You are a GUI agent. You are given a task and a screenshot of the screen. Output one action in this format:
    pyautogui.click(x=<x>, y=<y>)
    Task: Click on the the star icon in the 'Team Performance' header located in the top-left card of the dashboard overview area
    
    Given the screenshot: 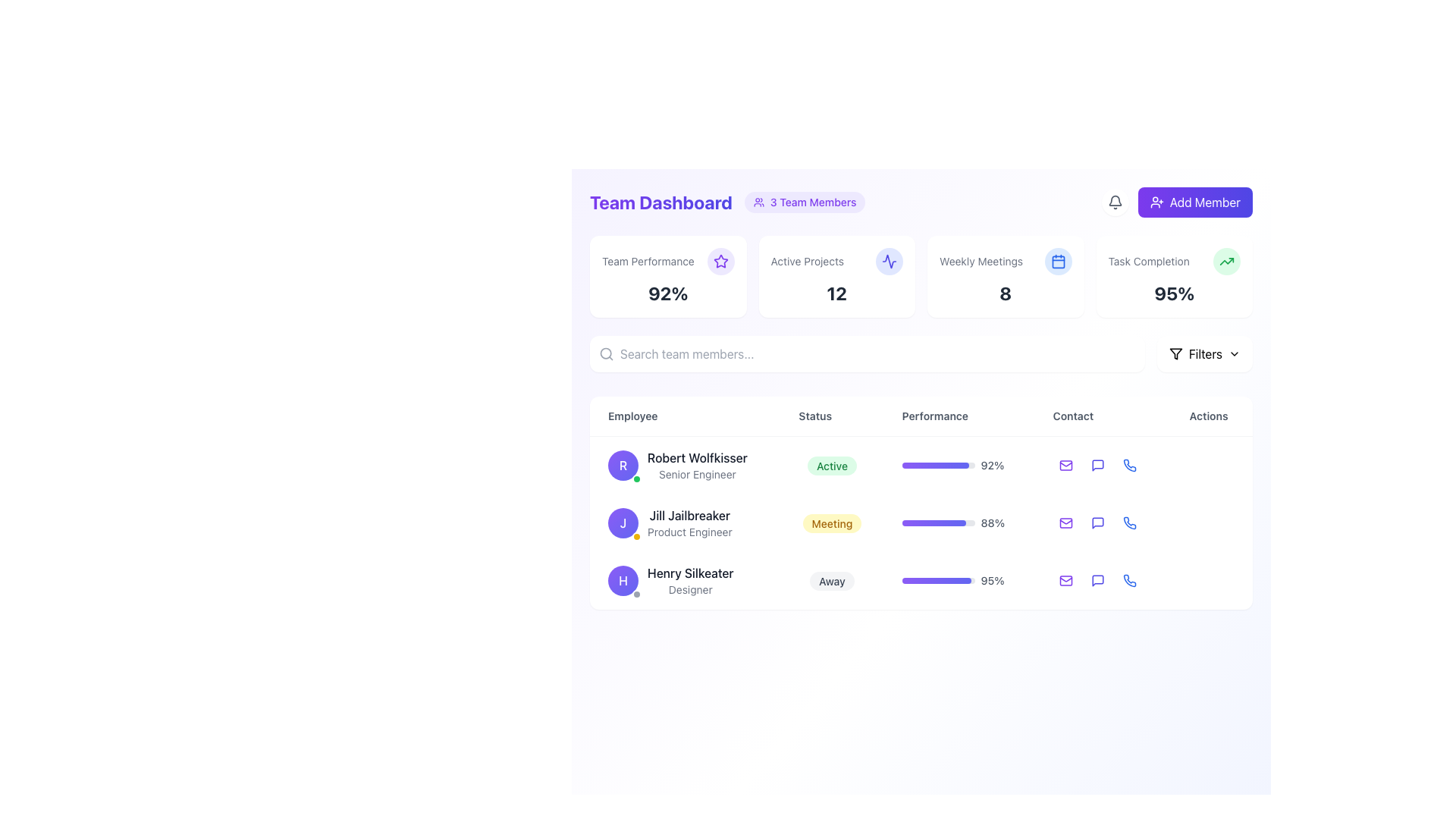 What is the action you would take?
    pyautogui.click(x=667, y=260)
    